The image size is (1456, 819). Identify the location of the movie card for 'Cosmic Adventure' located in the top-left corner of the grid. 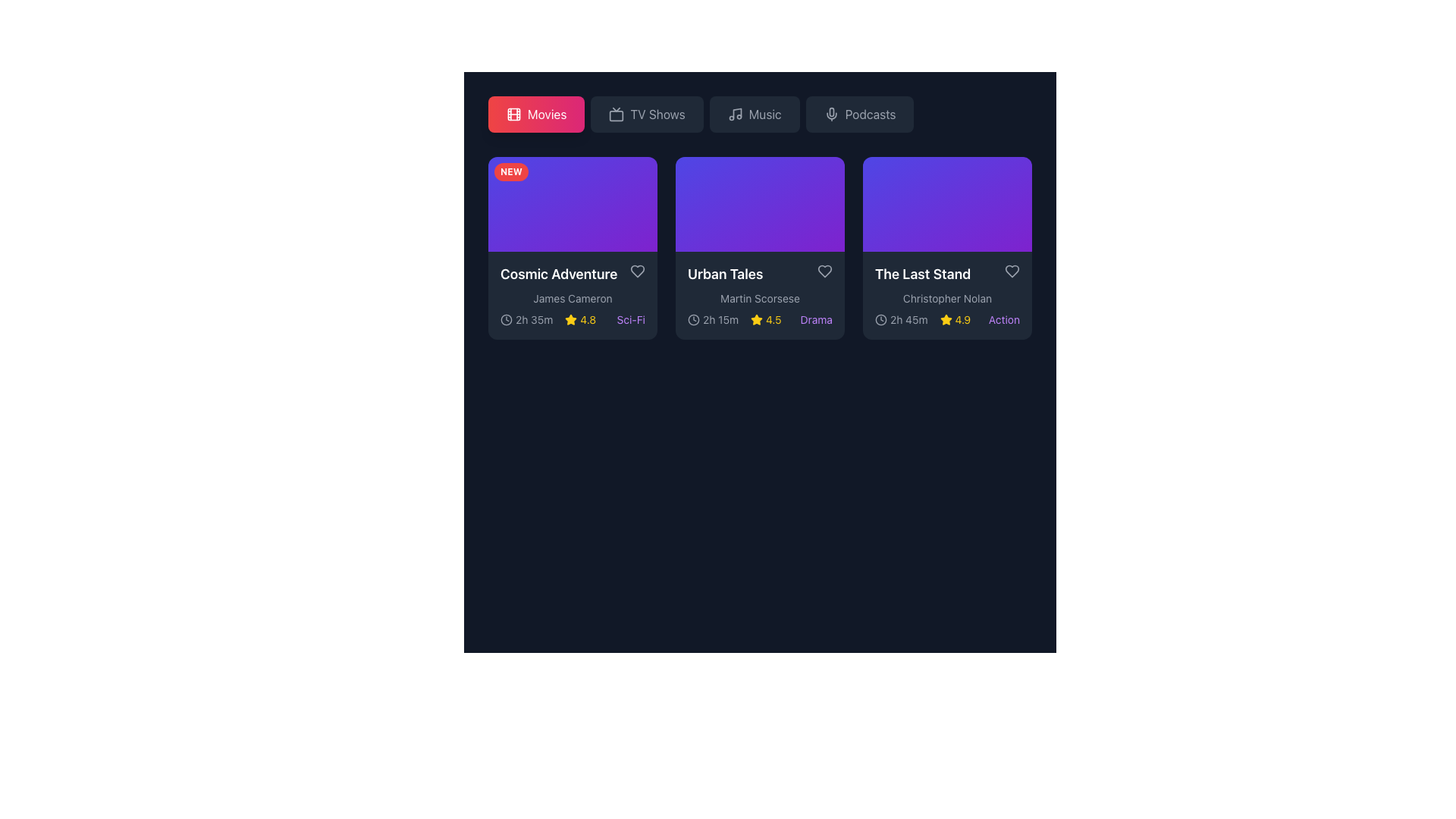
(572, 247).